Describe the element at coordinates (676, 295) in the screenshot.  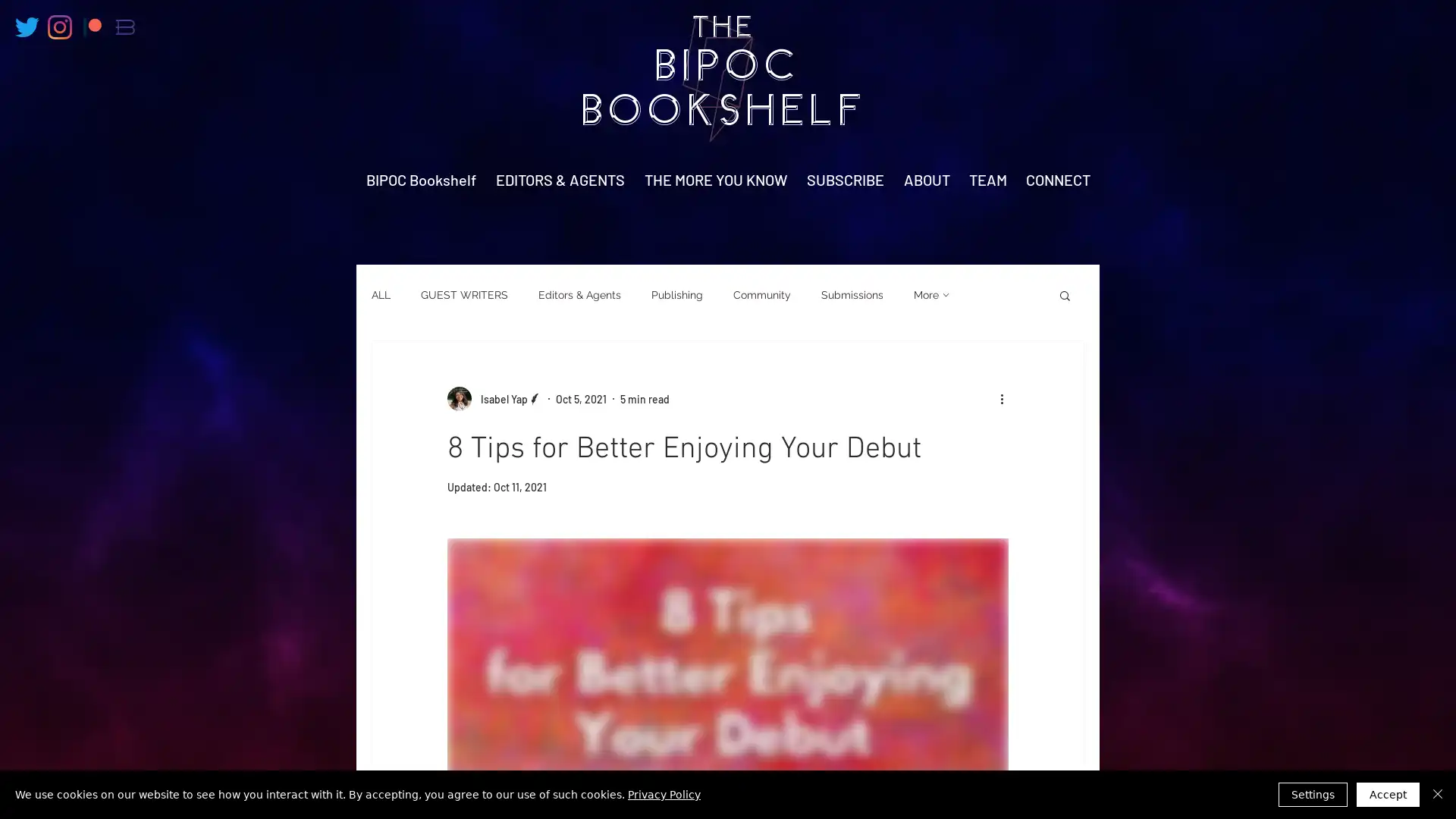
I see `Publishing` at that location.